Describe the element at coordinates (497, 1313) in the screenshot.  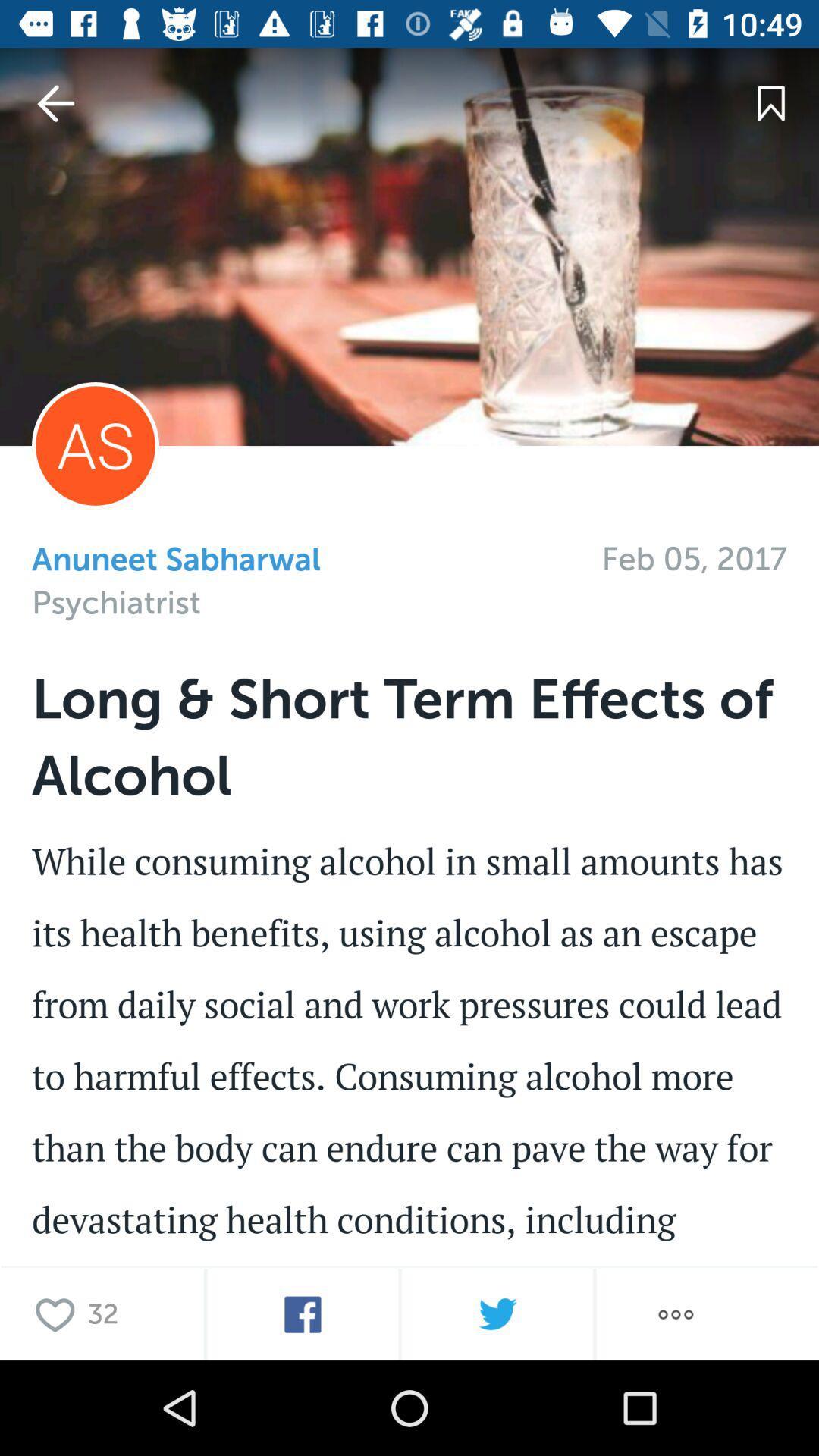
I see `twitter profile` at that location.